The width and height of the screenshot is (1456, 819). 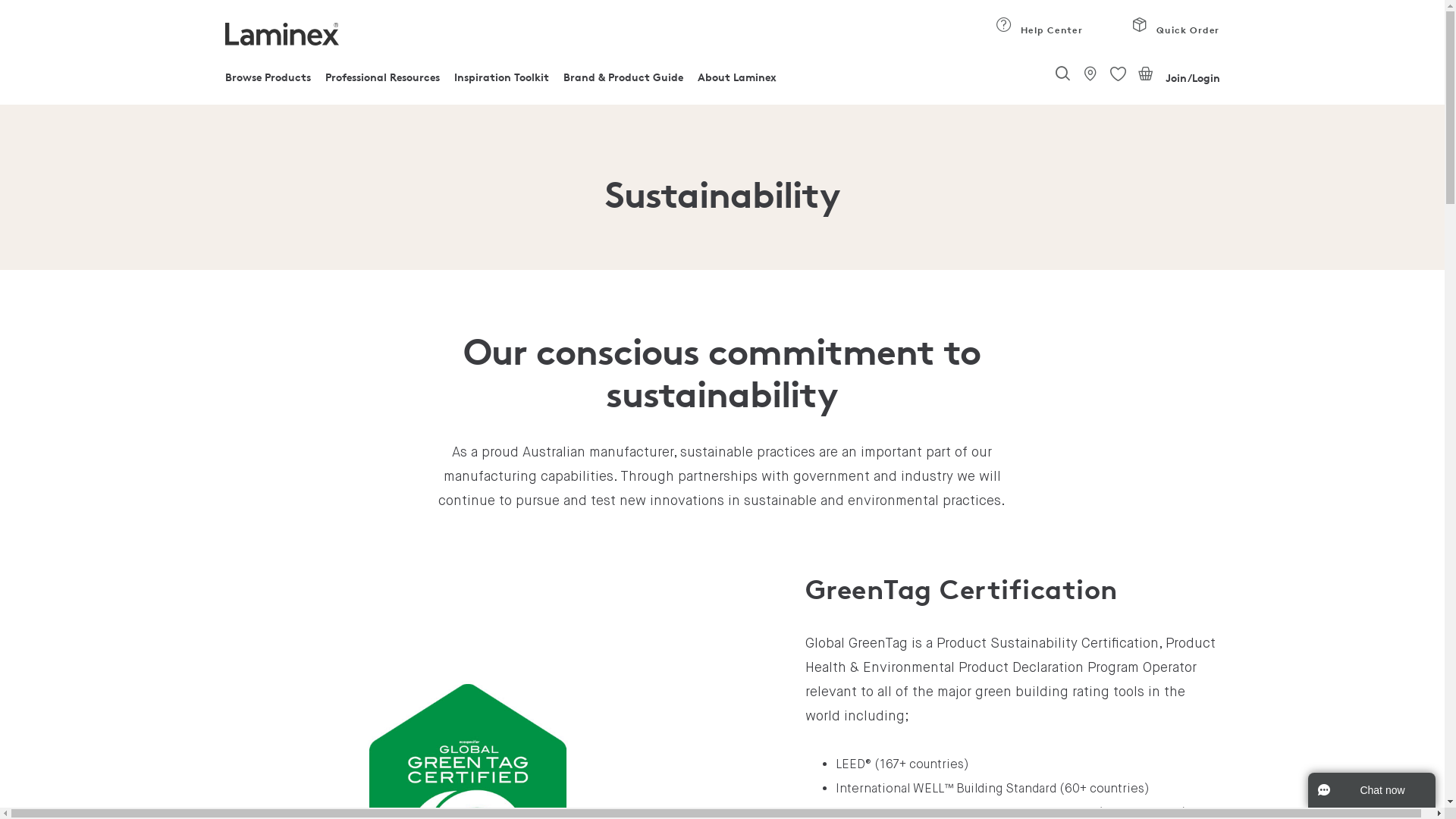 I want to click on 'Live chat:, so click(x=1372, y=789).